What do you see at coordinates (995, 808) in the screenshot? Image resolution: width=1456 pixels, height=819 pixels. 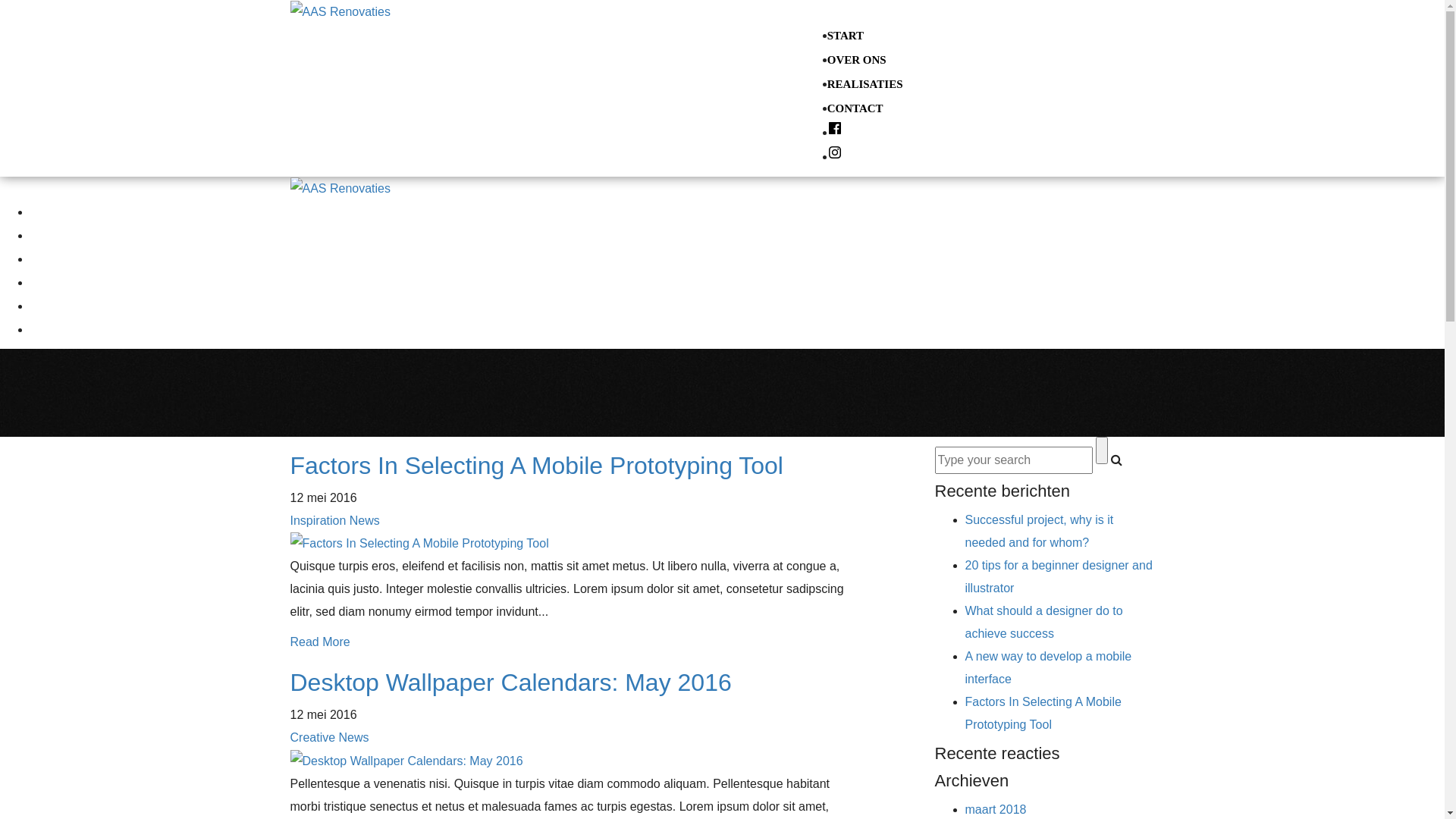 I see `'maart 2018'` at bounding box center [995, 808].